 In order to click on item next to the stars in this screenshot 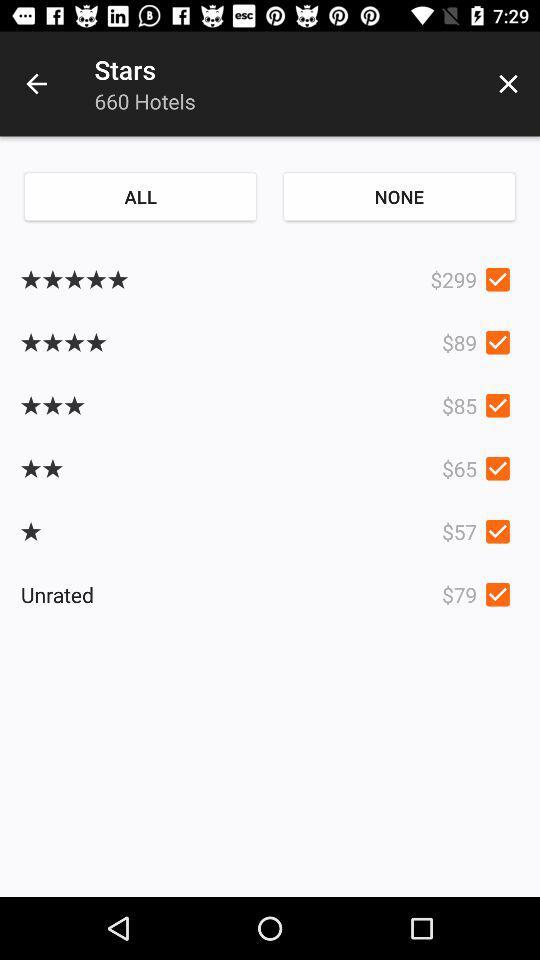, I will do `click(36, 84)`.